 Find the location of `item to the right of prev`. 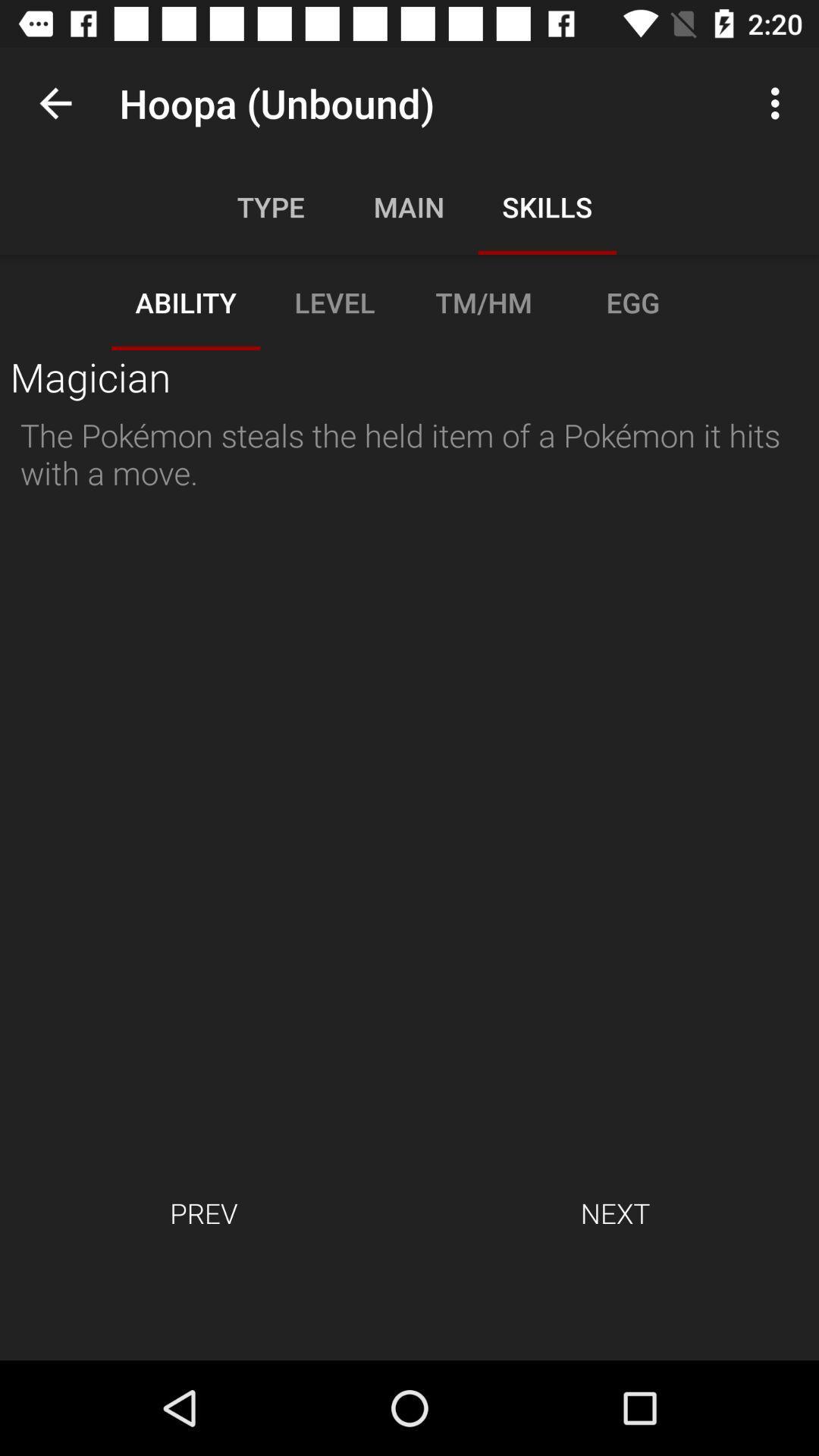

item to the right of prev is located at coordinates (615, 1212).